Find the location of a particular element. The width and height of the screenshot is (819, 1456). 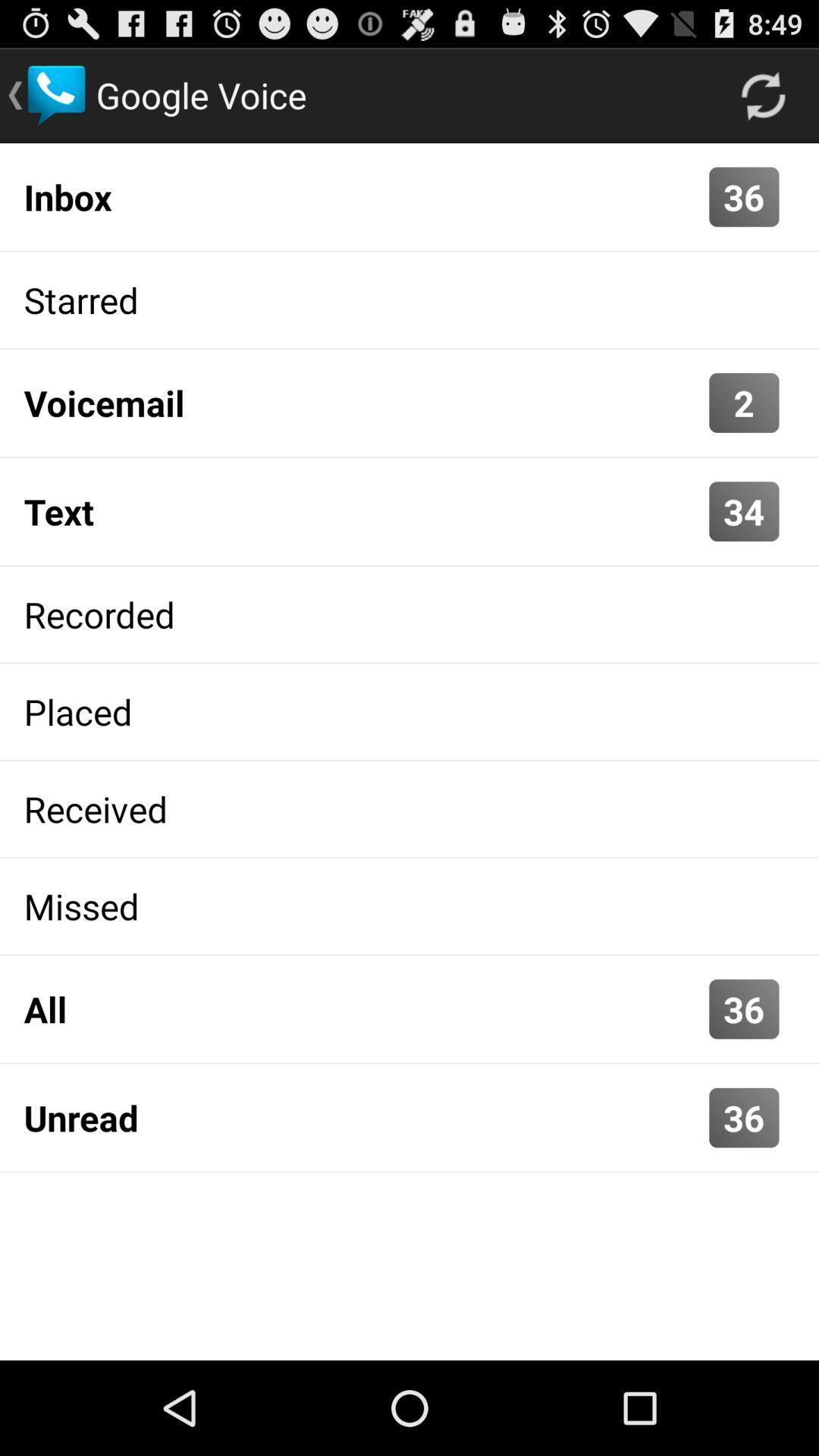

icon next to 36 is located at coordinates (362, 1118).